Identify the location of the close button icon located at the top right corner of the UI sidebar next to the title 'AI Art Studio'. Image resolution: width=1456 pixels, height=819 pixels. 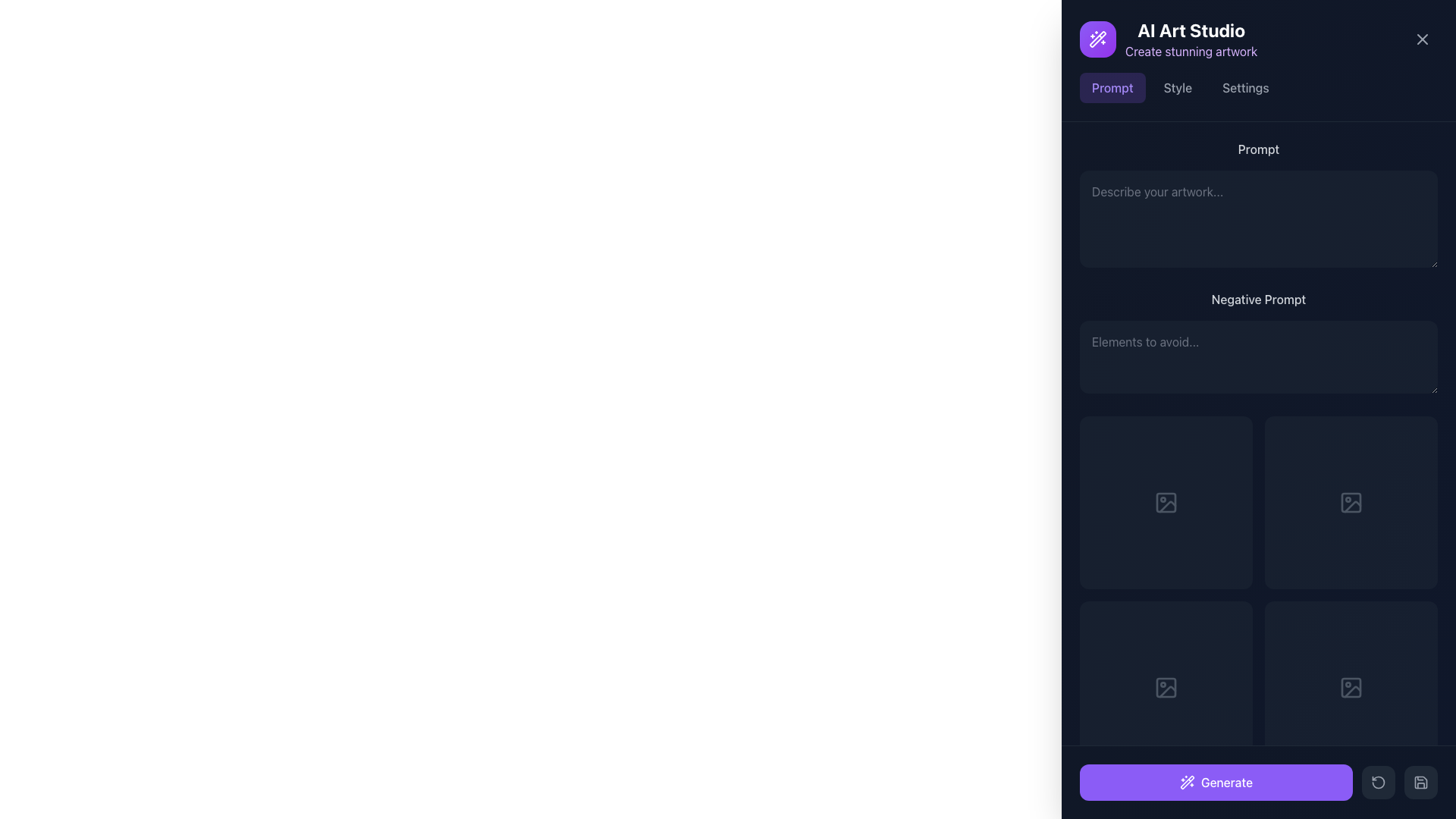
(1422, 38).